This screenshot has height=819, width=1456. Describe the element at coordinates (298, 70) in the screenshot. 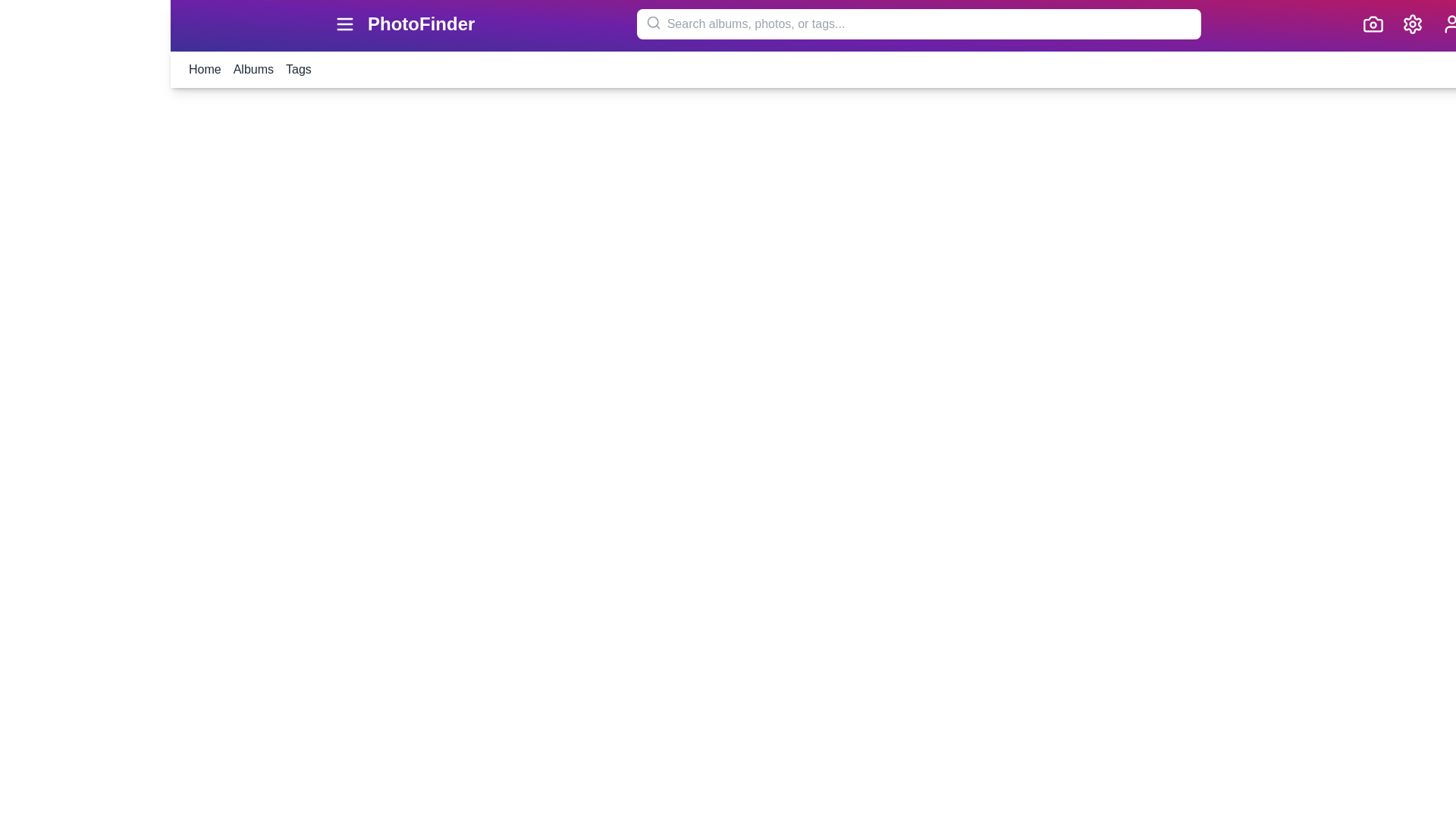

I see `the menu item Tags` at that location.